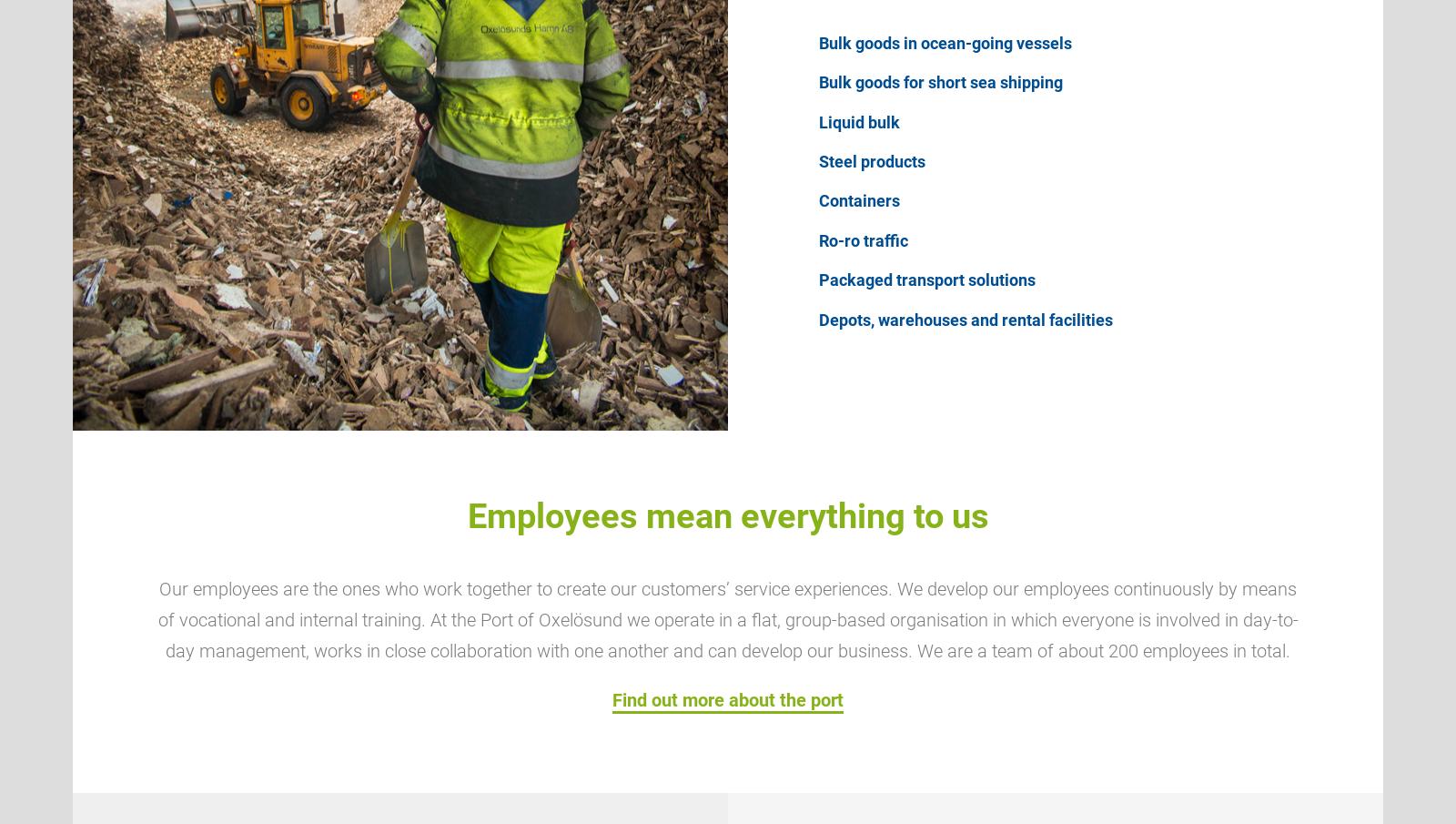 Image resolution: width=1456 pixels, height=824 pixels. I want to click on 'Packaged transport solutions', so click(818, 279).